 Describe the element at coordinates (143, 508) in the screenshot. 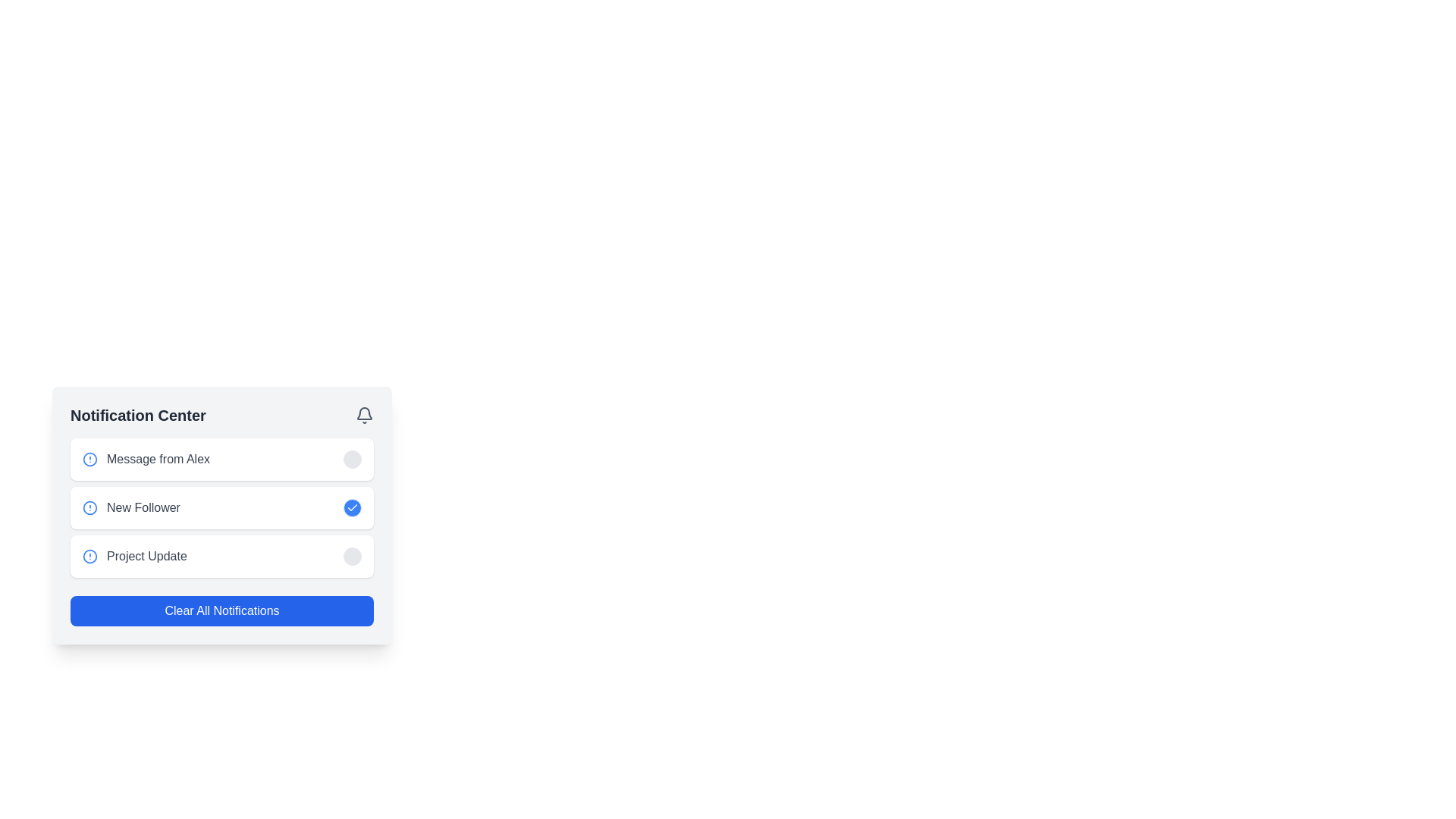

I see `text notification about a new follower, which is located in the second row of the notification panel, positioned to the right of an information icon and to the left of a circular checkbox indicator` at that location.